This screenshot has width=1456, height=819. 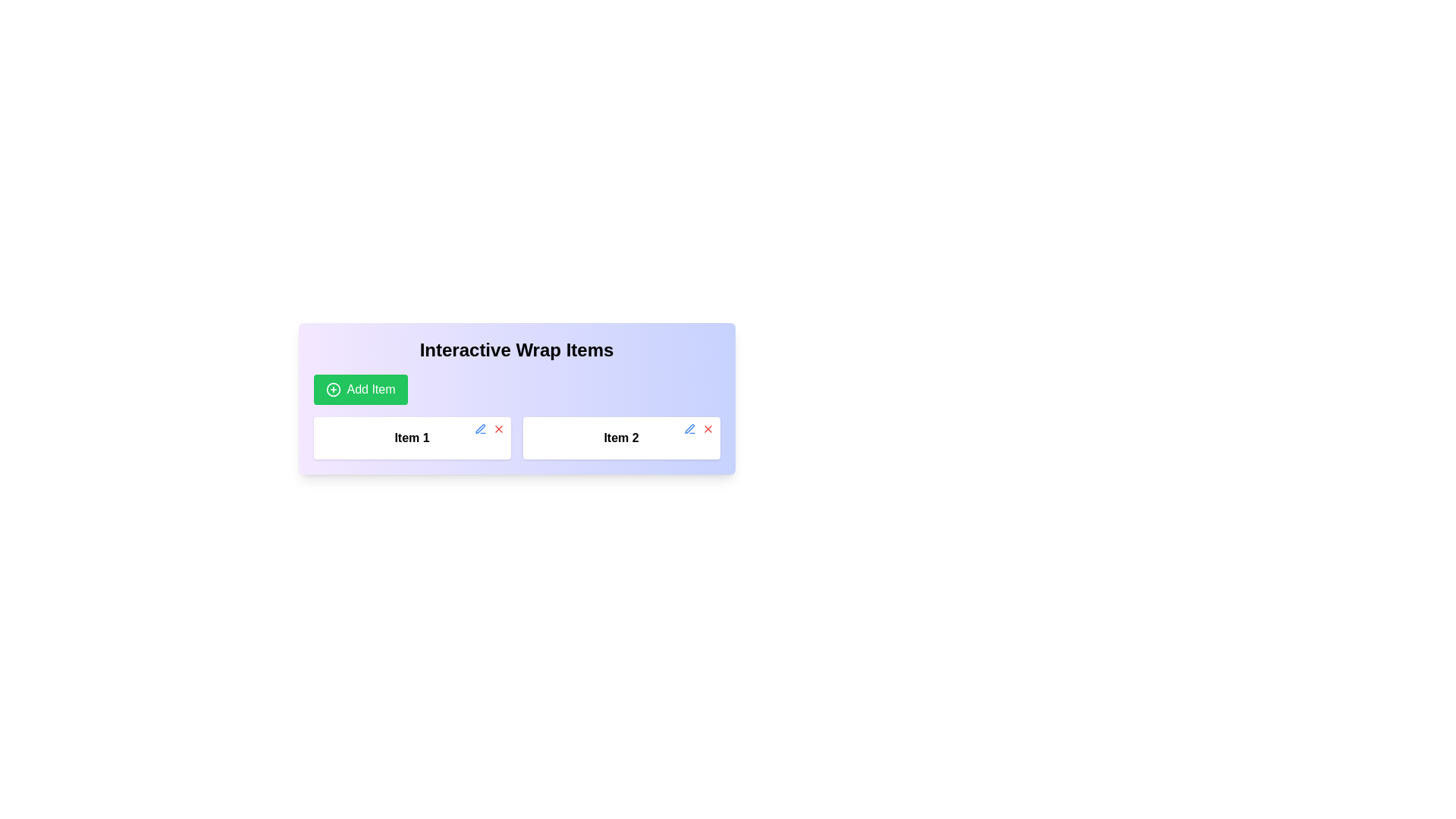 I want to click on the outer circle component of the icon within the 'Add Item' button located at the top-left area of the 'Interactive Wrap Items' panel, so click(x=332, y=388).